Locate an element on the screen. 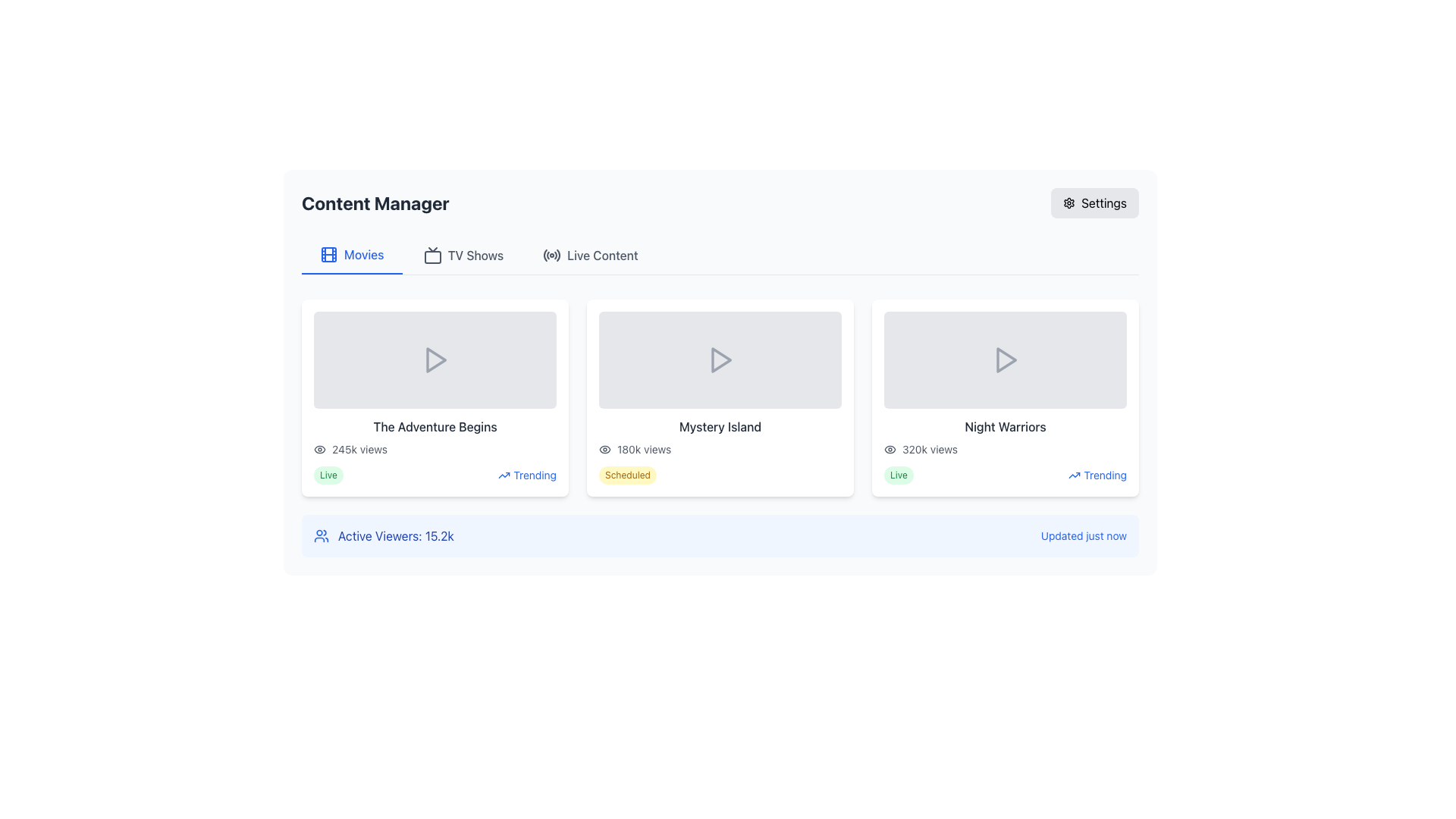 The height and width of the screenshot is (819, 1456). the third button on the horizontal navigation bar is located at coordinates (589, 254).